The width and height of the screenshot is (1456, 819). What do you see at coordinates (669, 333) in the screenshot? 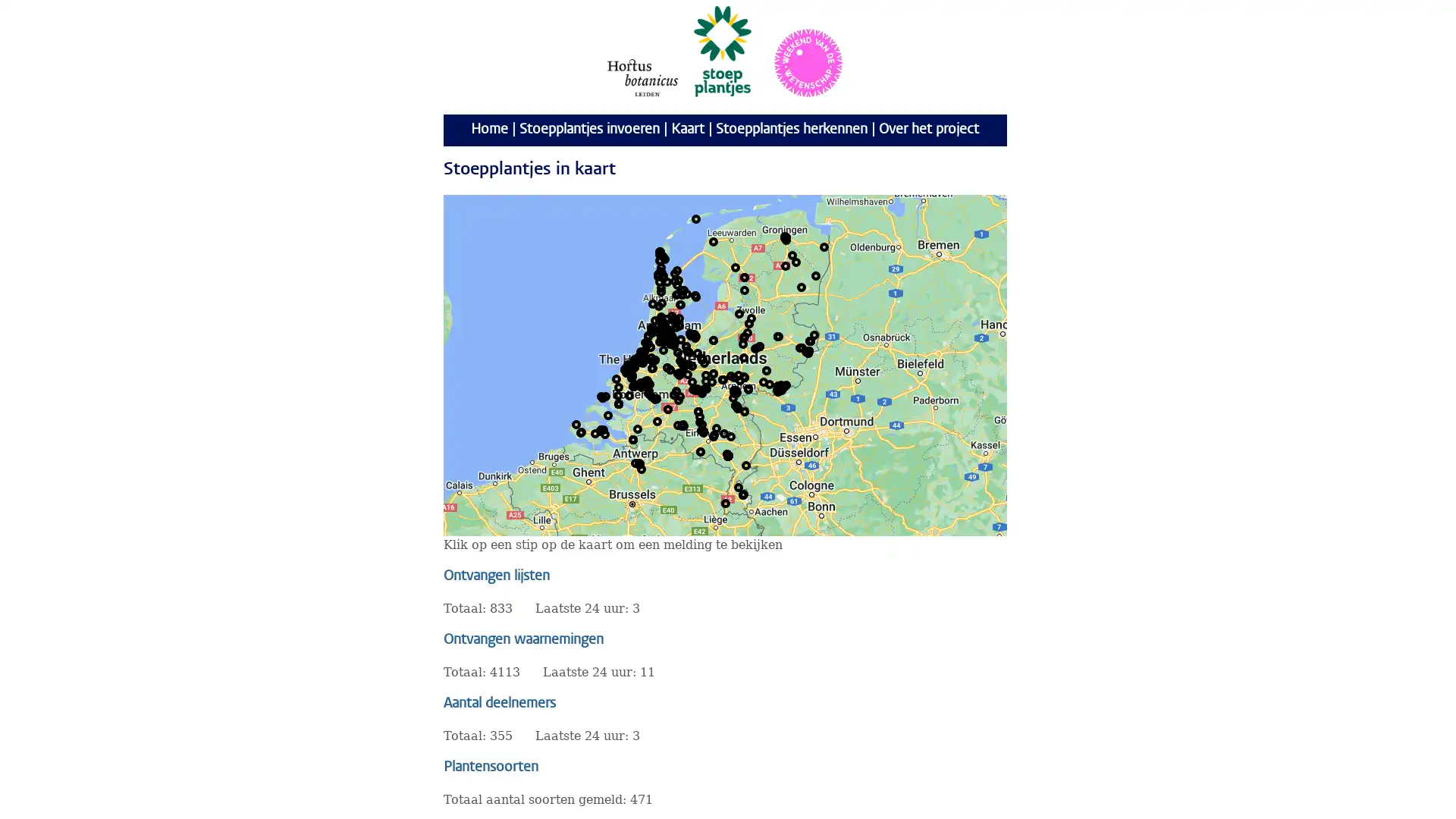
I see `Telling van Tuinwolfsmelk op 31 oktober 2021` at bounding box center [669, 333].